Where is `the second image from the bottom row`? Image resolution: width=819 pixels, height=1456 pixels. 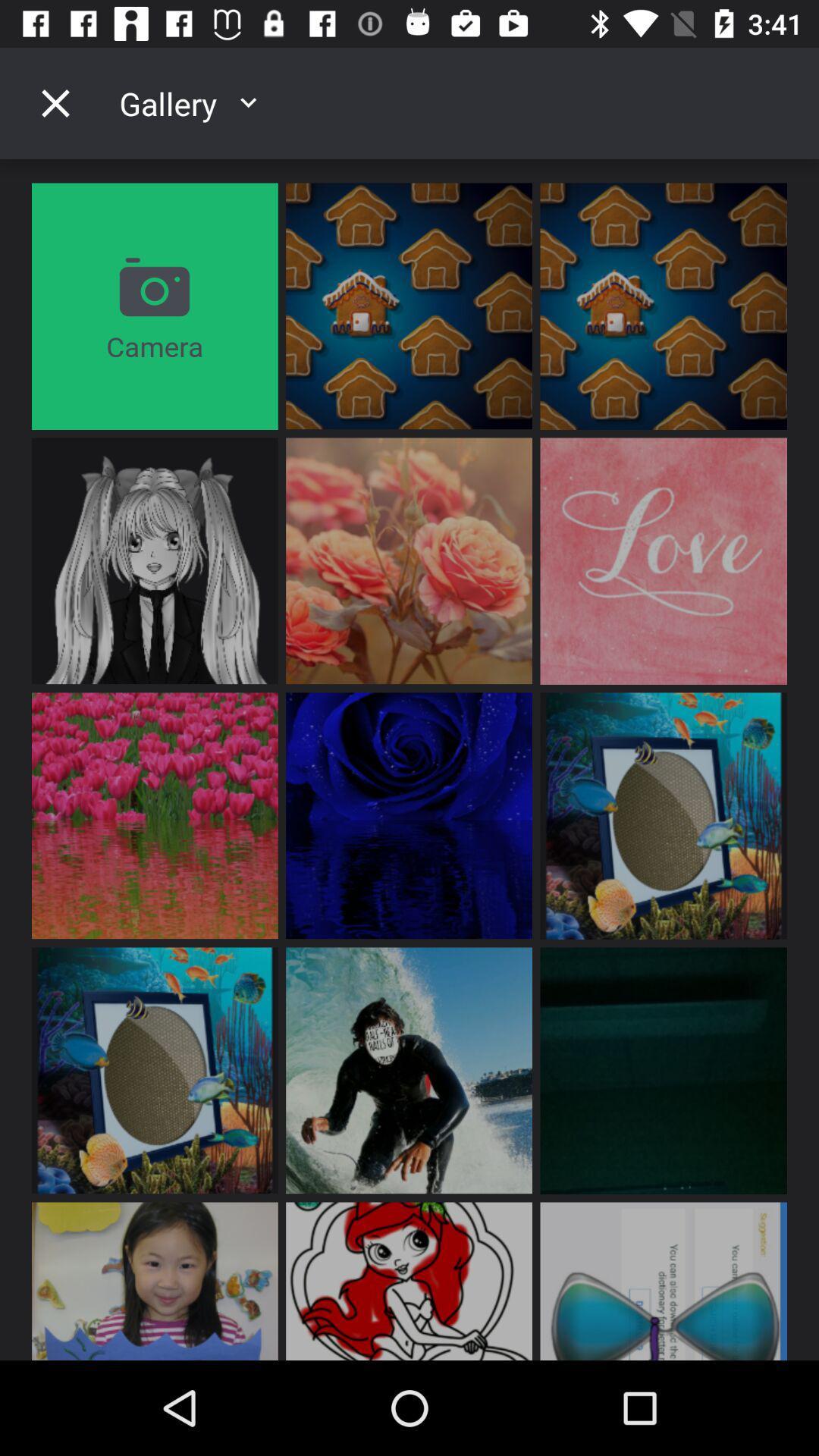
the second image from the bottom row is located at coordinates (408, 1280).